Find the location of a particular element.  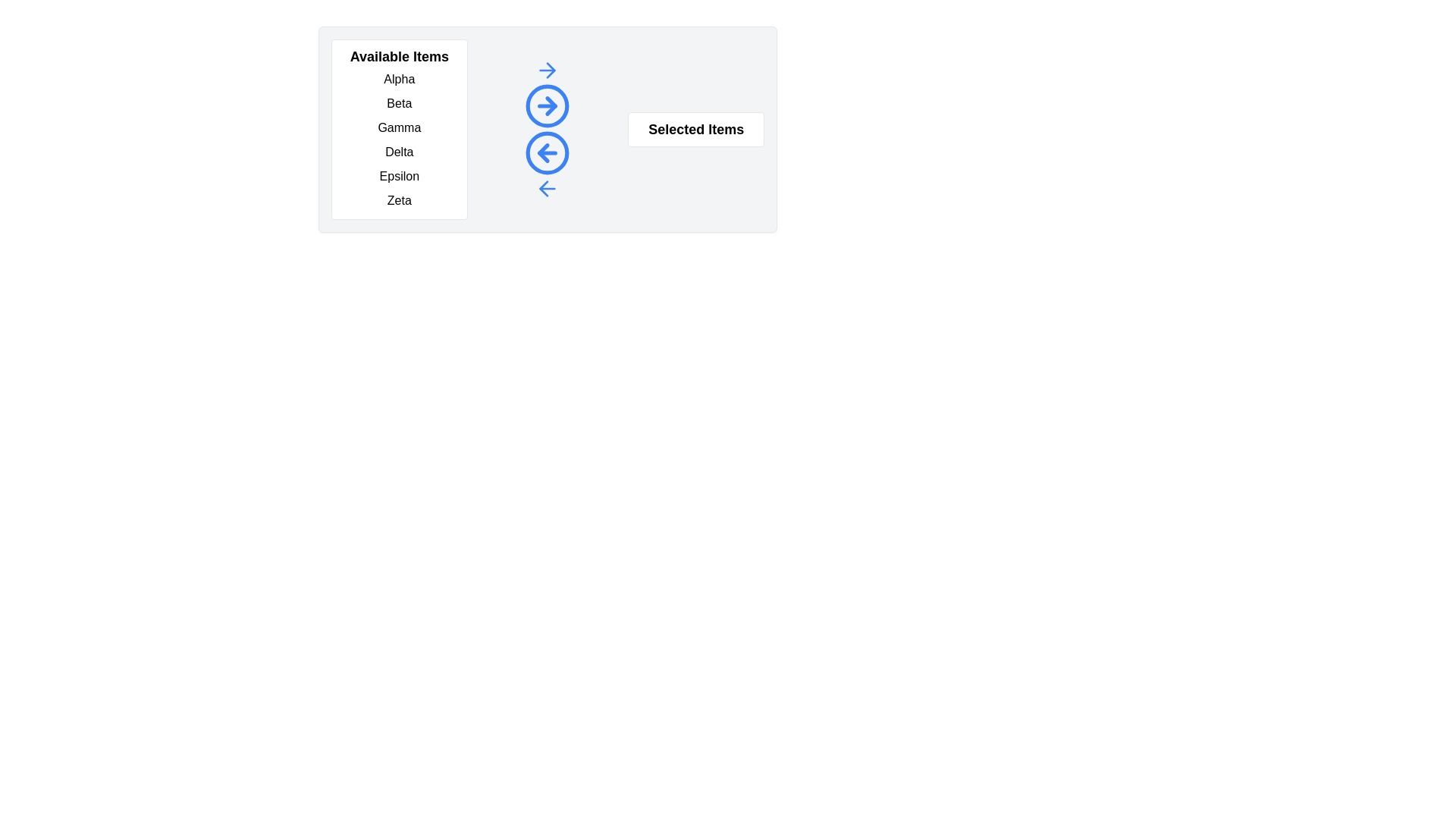

the item Alpha in the Available Items list is located at coordinates (399, 79).